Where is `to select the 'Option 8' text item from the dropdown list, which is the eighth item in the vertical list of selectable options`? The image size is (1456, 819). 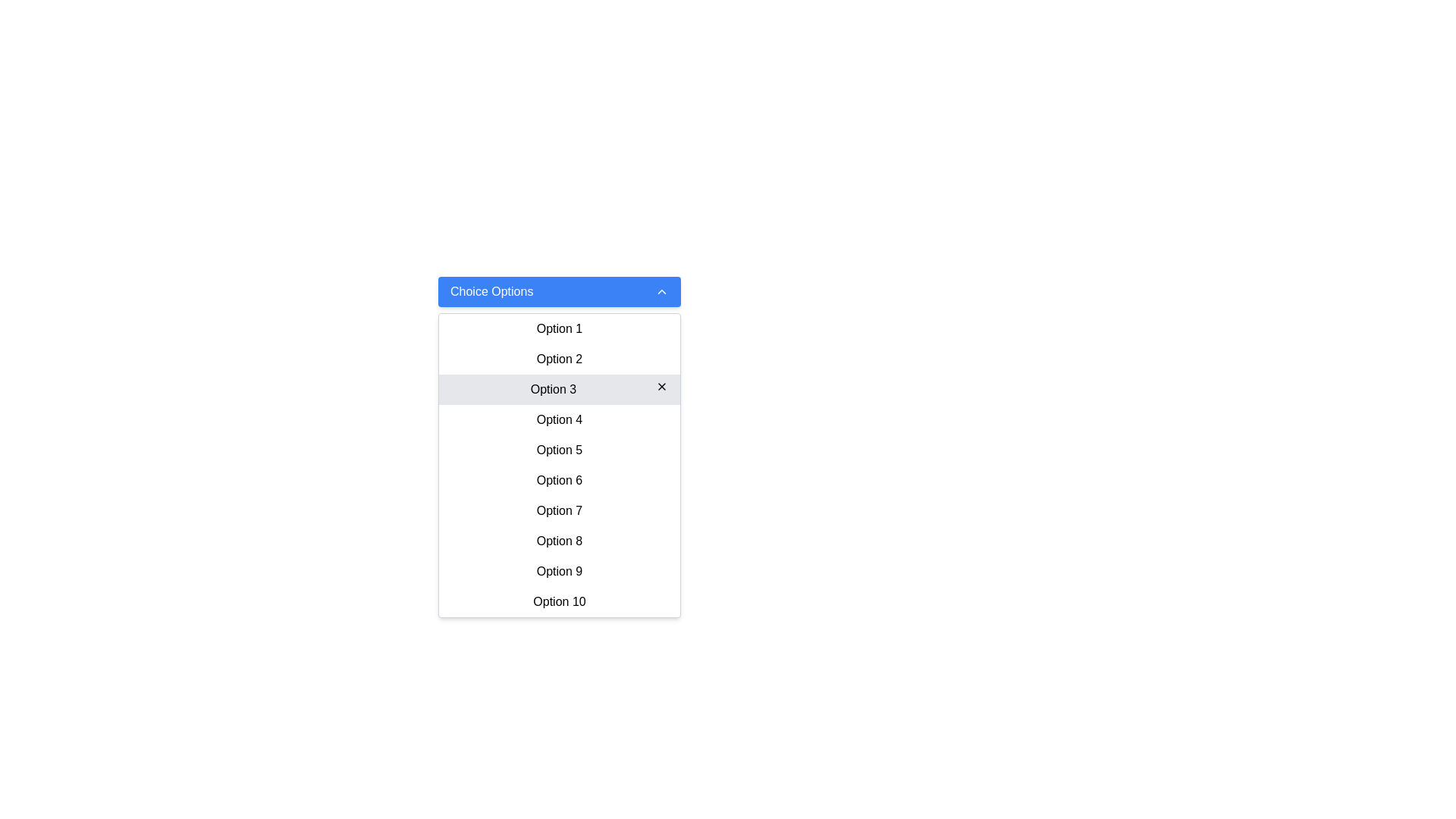
to select the 'Option 8' text item from the dropdown list, which is the eighth item in the vertical list of selectable options is located at coordinates (559, 540).